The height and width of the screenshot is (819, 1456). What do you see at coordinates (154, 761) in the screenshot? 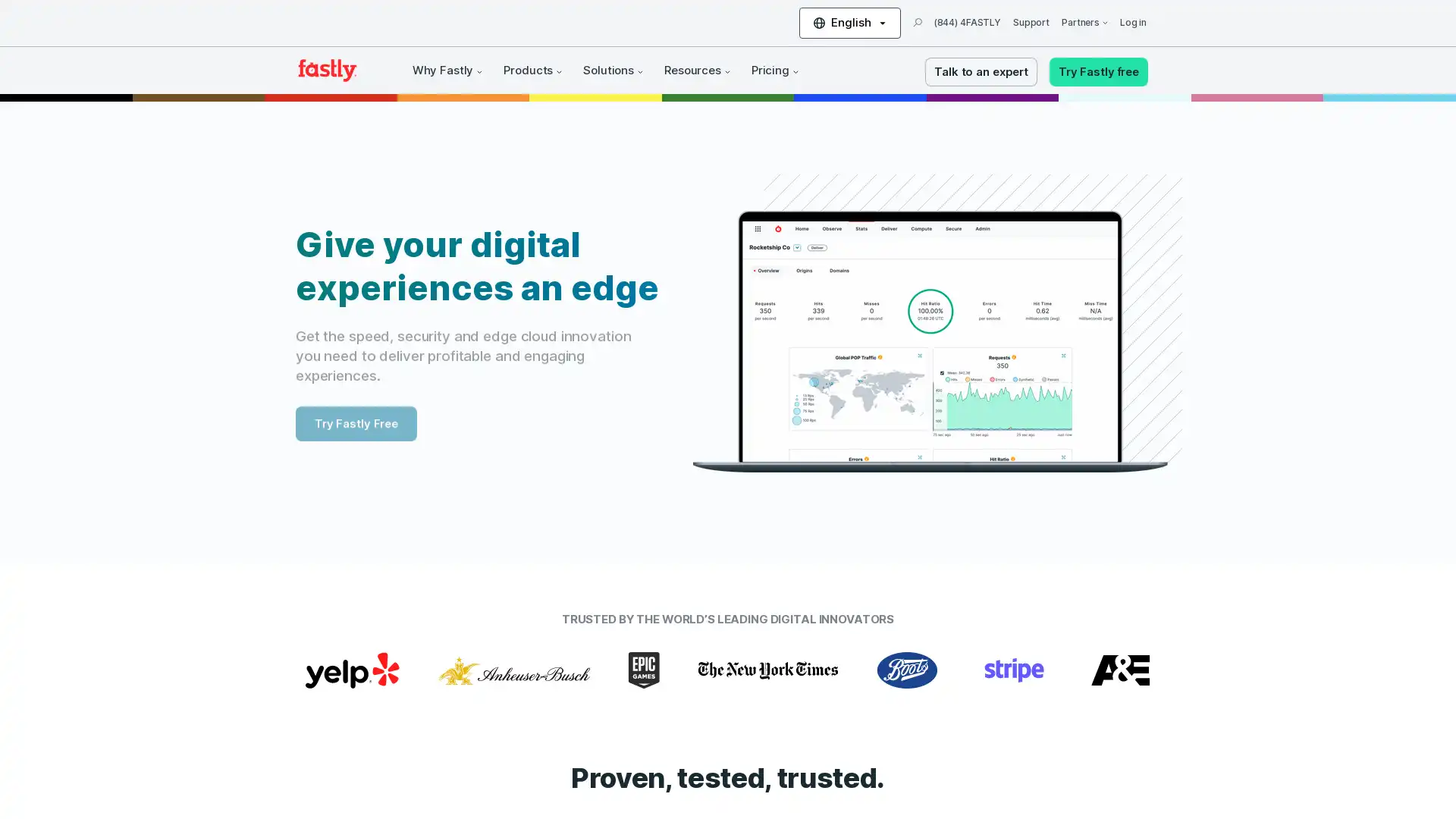
I see `Cookies Settings` at bounding box center [154, 761].